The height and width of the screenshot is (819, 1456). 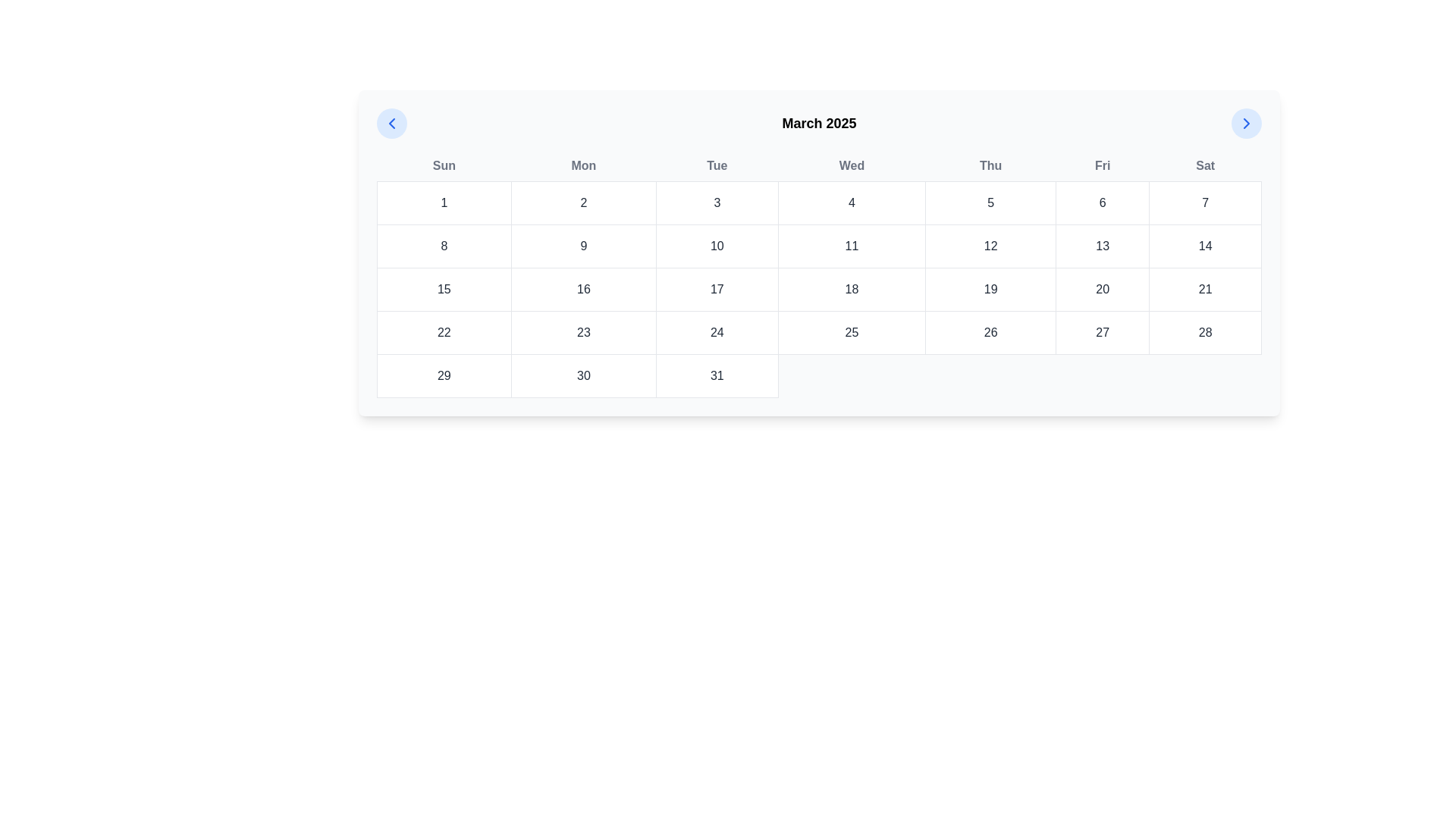 I want to click on the last day cell (31) of the last week row in the calendar, so click(x=818, y=375).